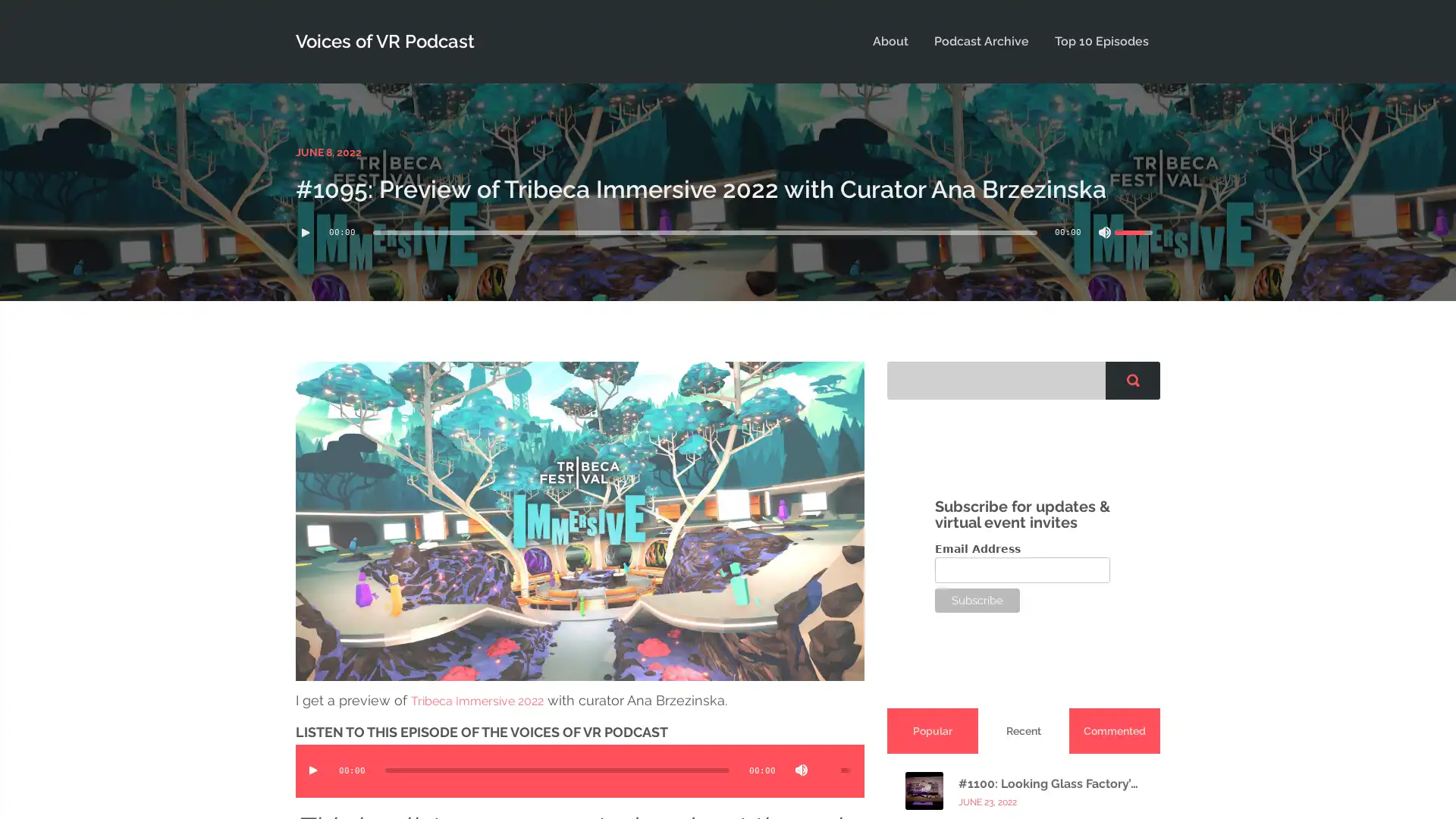  Describe the element at coordinates (977, 598) in the screenshot. I see `Subscribe` at that location.